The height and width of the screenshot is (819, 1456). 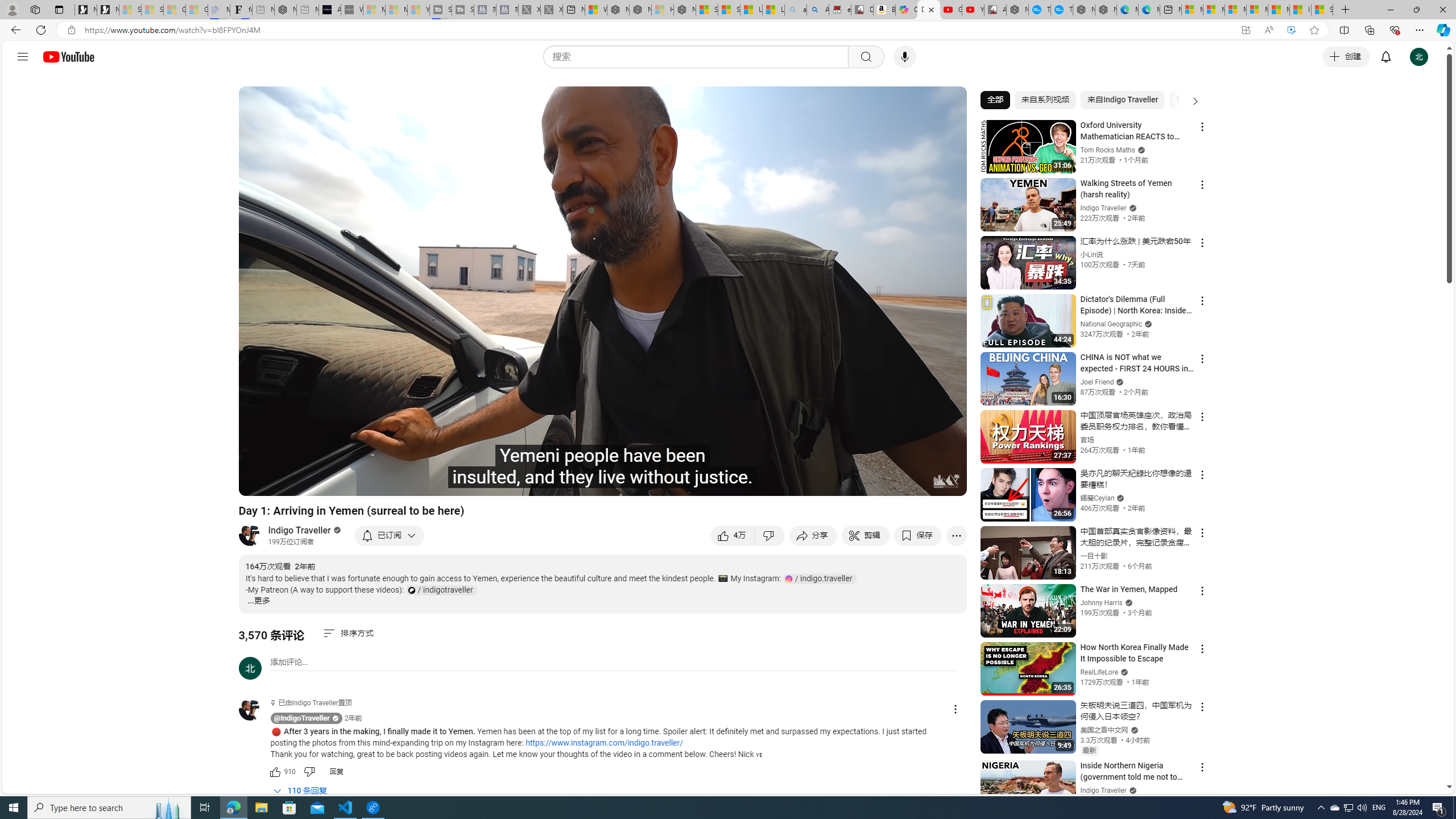 I want to click on 'Patreon Channel Link: indigotraveller', so click(x=441, y=590).